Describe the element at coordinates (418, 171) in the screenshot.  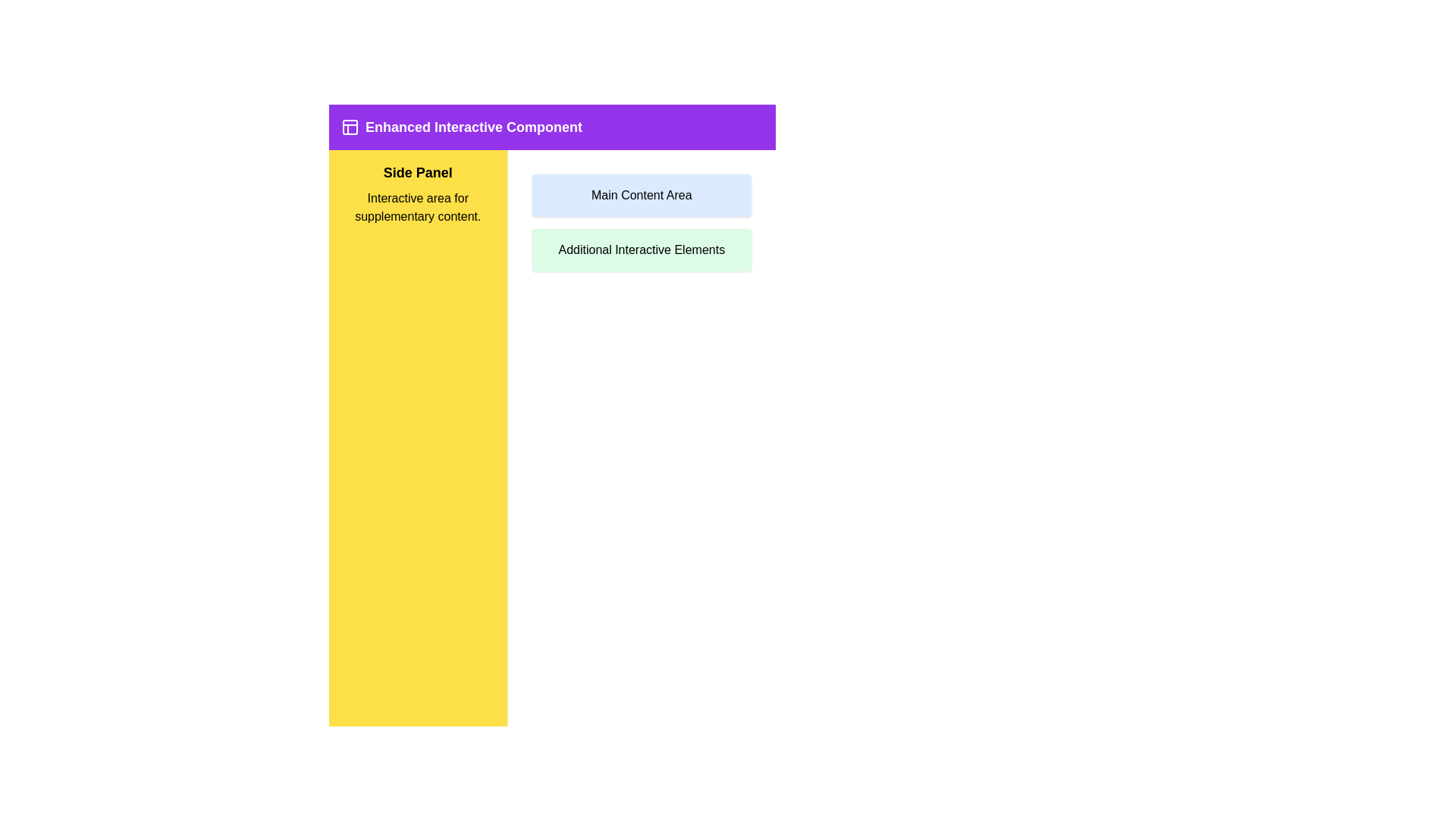
I see `the label element located at the top of the yellow side panel on the left side of the interface` at that location.